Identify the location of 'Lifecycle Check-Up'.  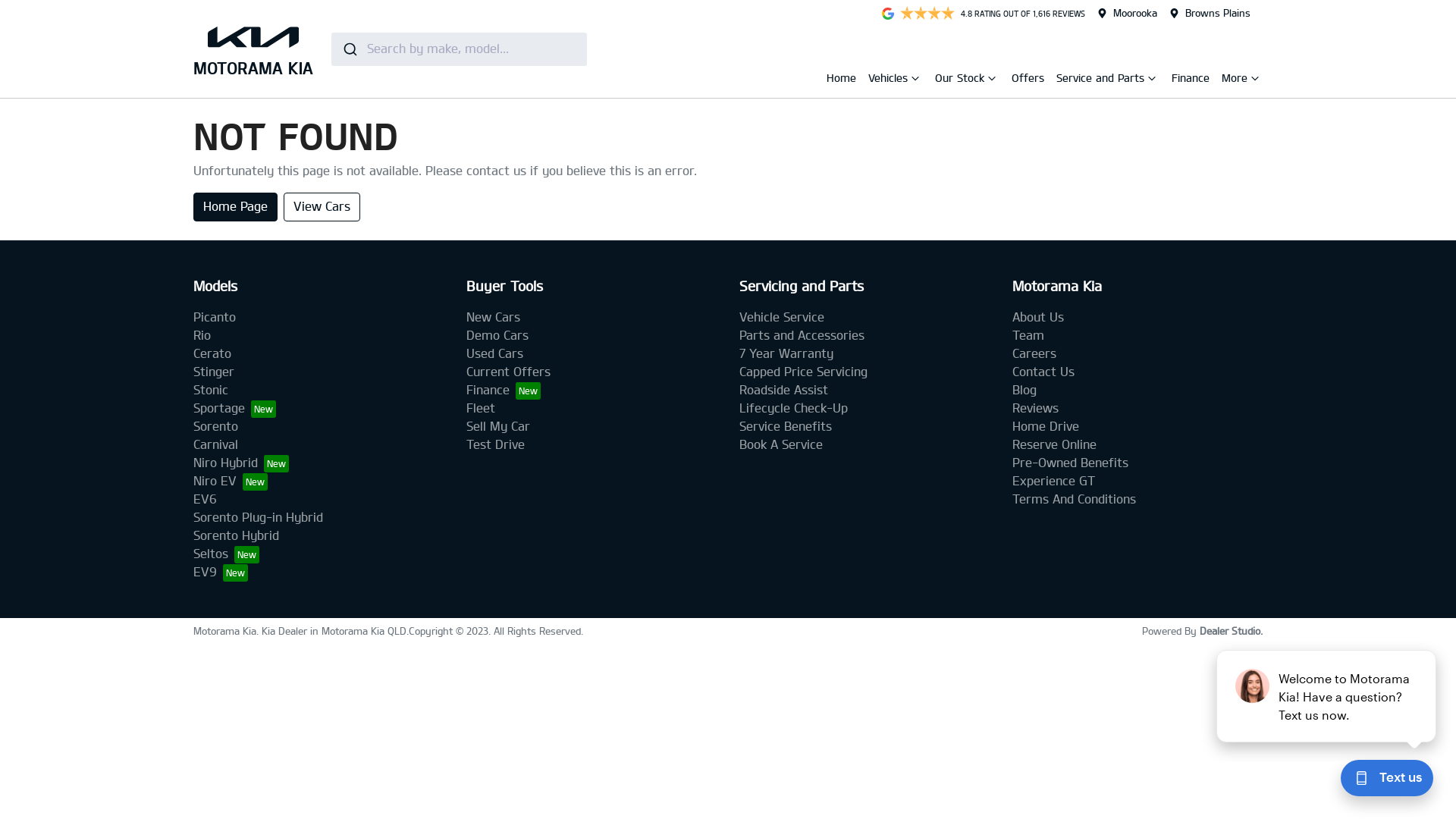
(792, 407).